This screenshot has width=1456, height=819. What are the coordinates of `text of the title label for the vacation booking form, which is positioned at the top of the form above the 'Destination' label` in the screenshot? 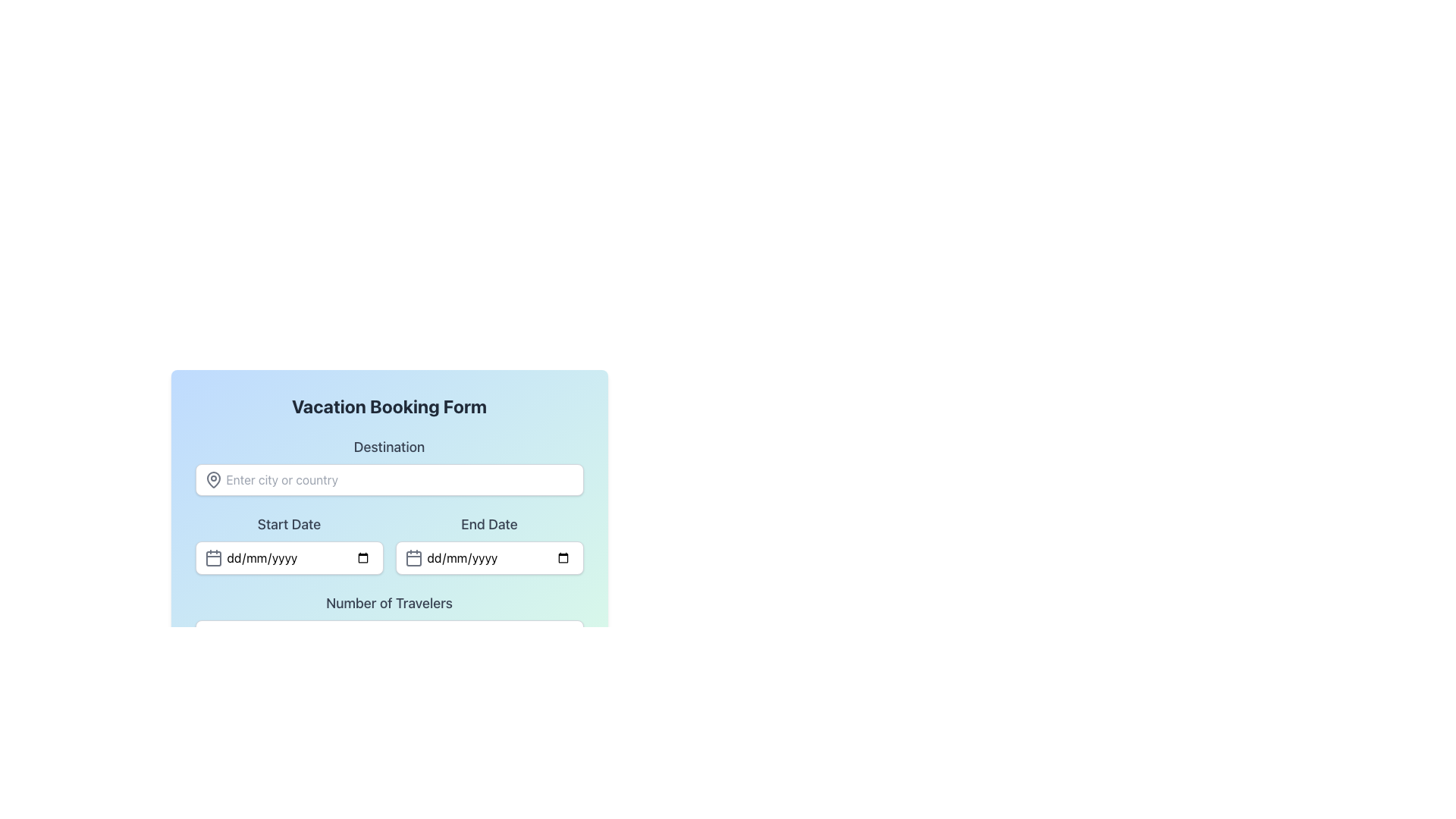 It's located at (389, 406).